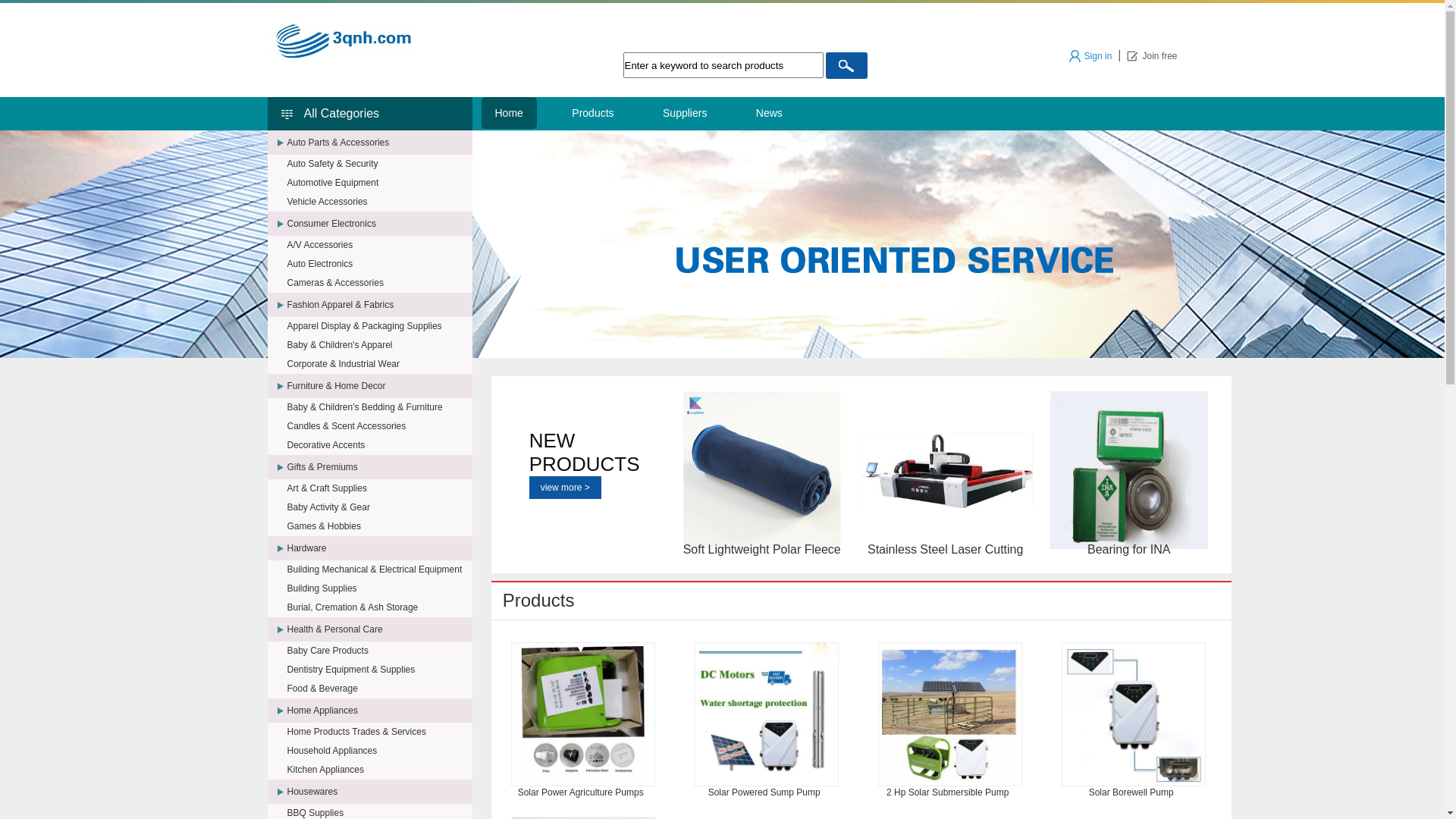 The height and width of the screenshot is (819, 1456). Describe the element at coordinates (378, 769) in the screenshot. I see `'Kitchen Appliances'` at that location.